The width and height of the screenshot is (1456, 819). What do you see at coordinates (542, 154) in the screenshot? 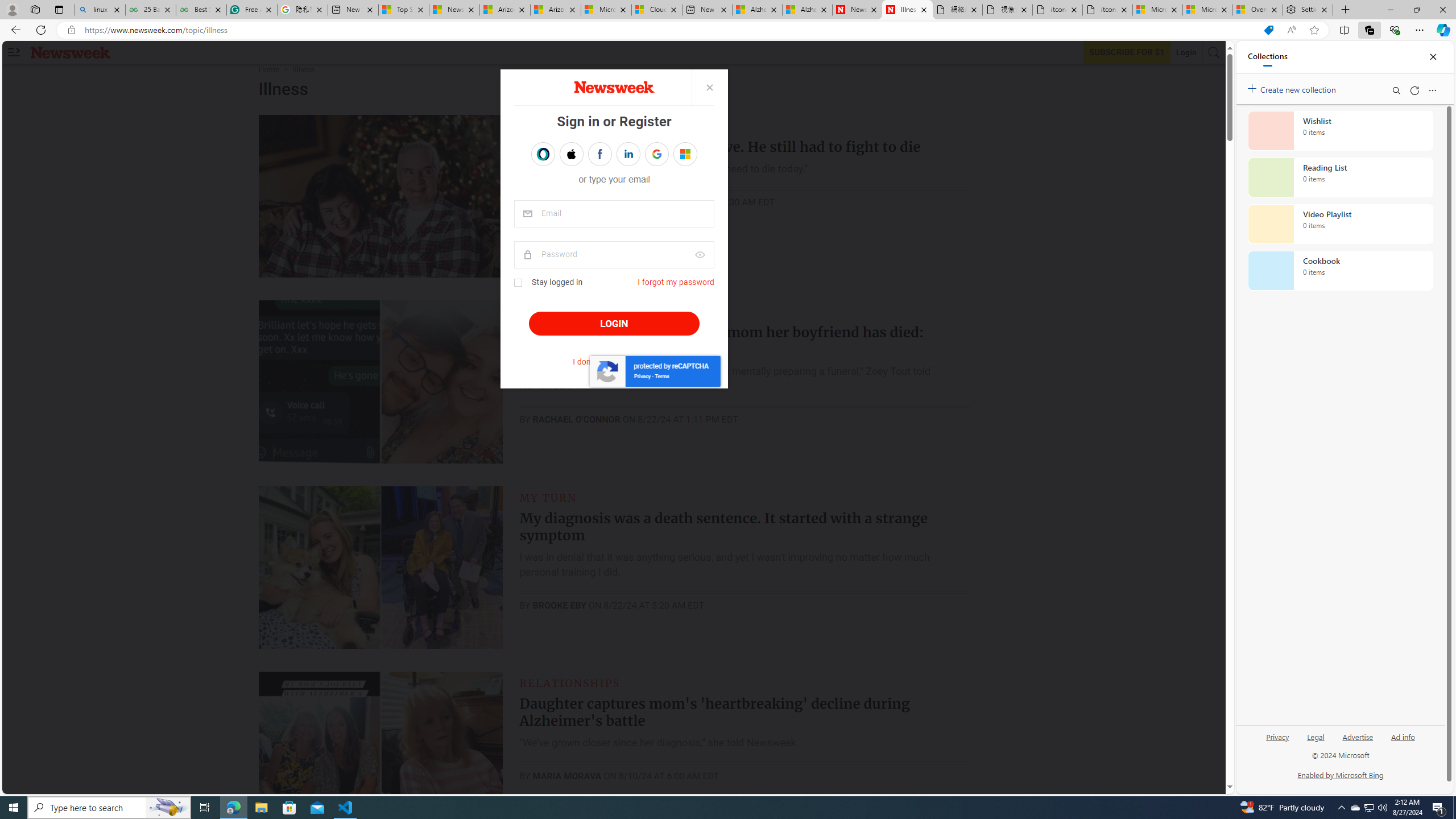
I see `'Sign in with OPENPASS'` at bounding box center [542, 154].